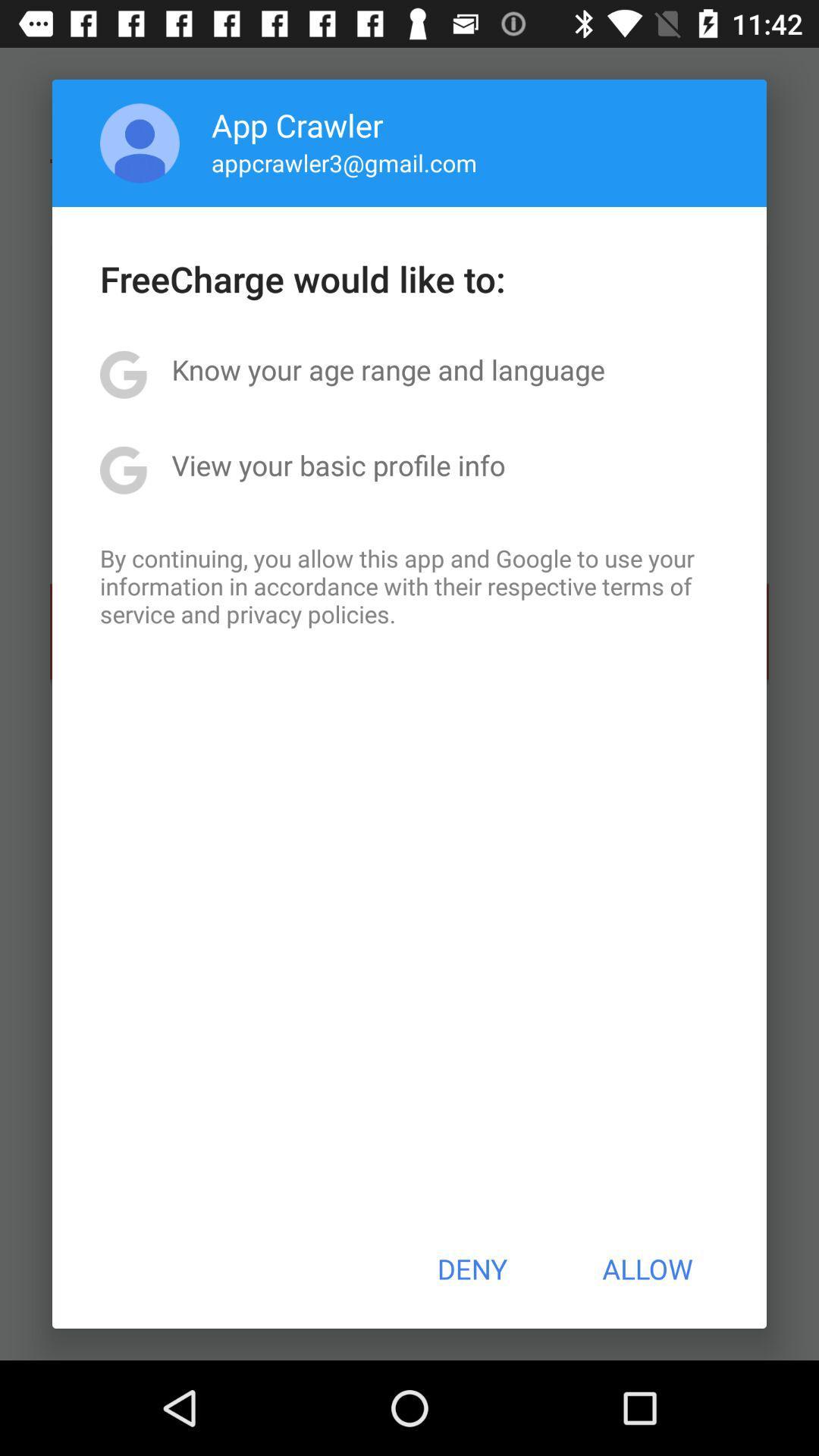 Image resolution: width=819 pixels, height=1456 pixels. Describe the element at coordinates (337, 464) in the screenshot. I see `icon above by continuing you app` at that location.